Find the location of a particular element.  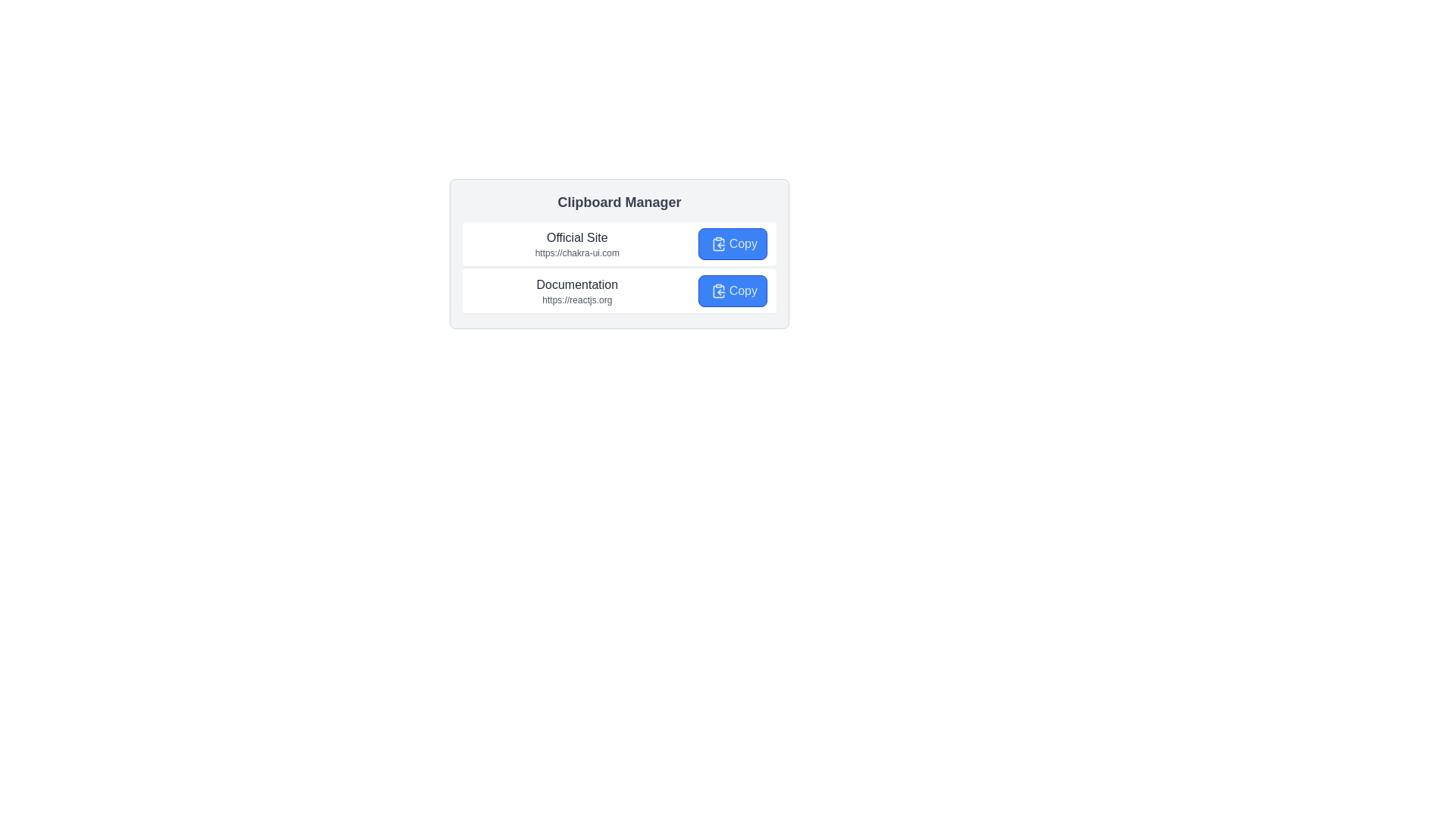

the text label displaying 'Documentation' in the Clipboard Manager card layout, located in the second row and aligned to the left is located at coordinates (576, 284).